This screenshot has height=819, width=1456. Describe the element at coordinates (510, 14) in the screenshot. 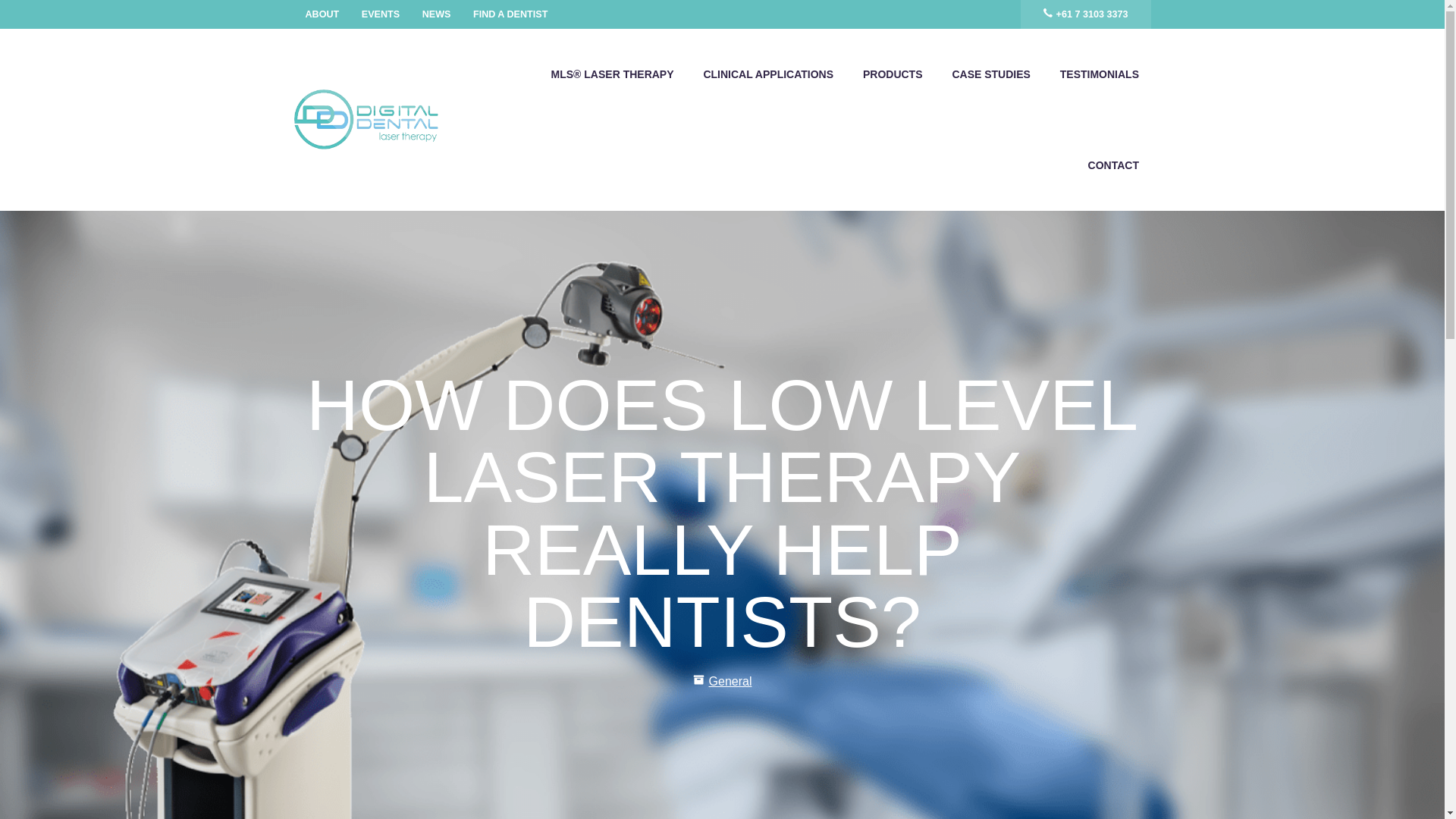

I see `'FIND A DENTIST'` at that location.